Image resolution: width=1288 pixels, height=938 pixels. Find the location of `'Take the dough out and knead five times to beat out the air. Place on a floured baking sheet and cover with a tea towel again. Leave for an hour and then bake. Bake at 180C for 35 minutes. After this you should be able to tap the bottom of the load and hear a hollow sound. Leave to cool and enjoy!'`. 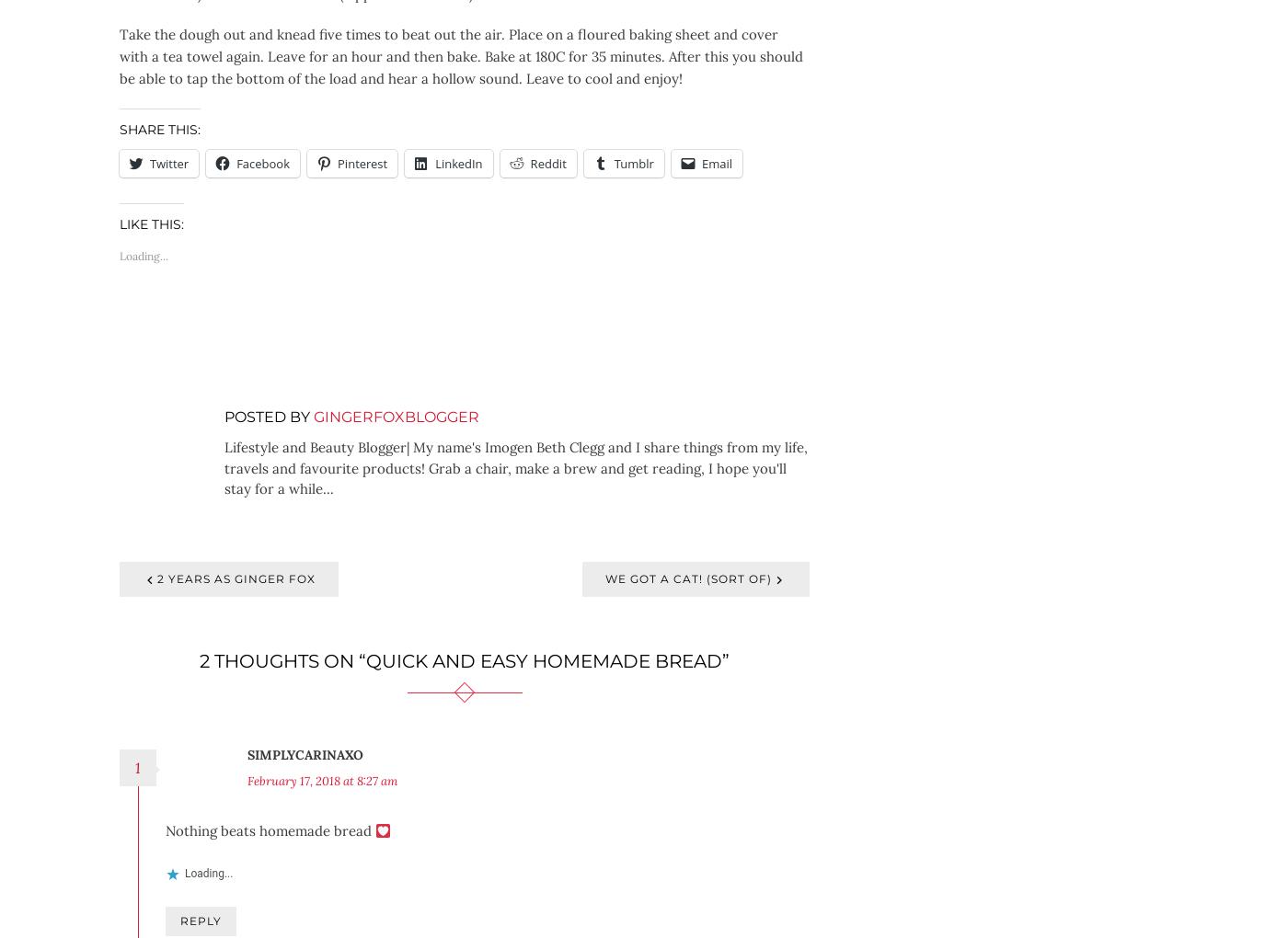

'Take the dough out and knead five times to beat out the air. Place on a floured baking sheet and cover with a tea towel again. Leave for an hour and then bake. Bake at 180C for 35 minutes. After this you should be able to tap the bottom of the load and hear a hollow sound. Leave to cool and enjoy!' is located at coordinates (461, 55).